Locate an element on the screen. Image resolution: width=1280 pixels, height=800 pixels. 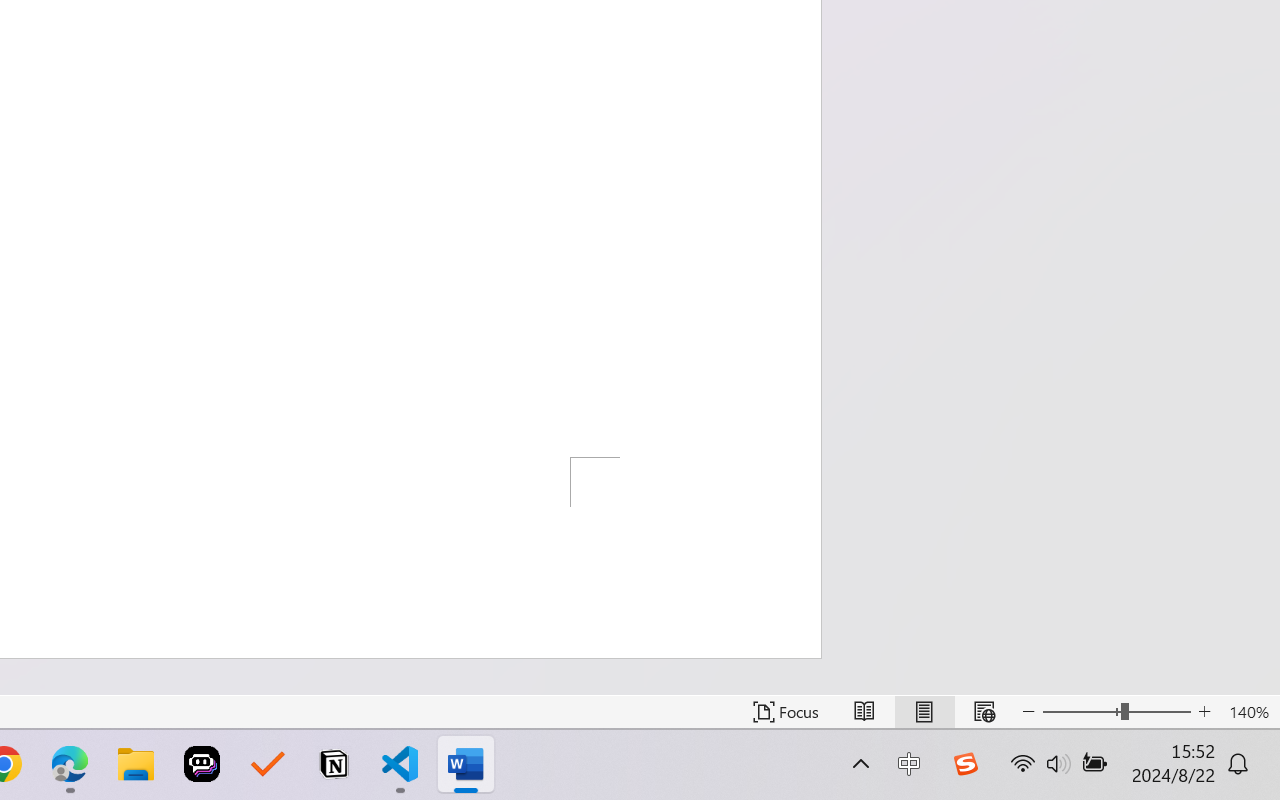
'Class: Image' is located at coordinates (965, 764).